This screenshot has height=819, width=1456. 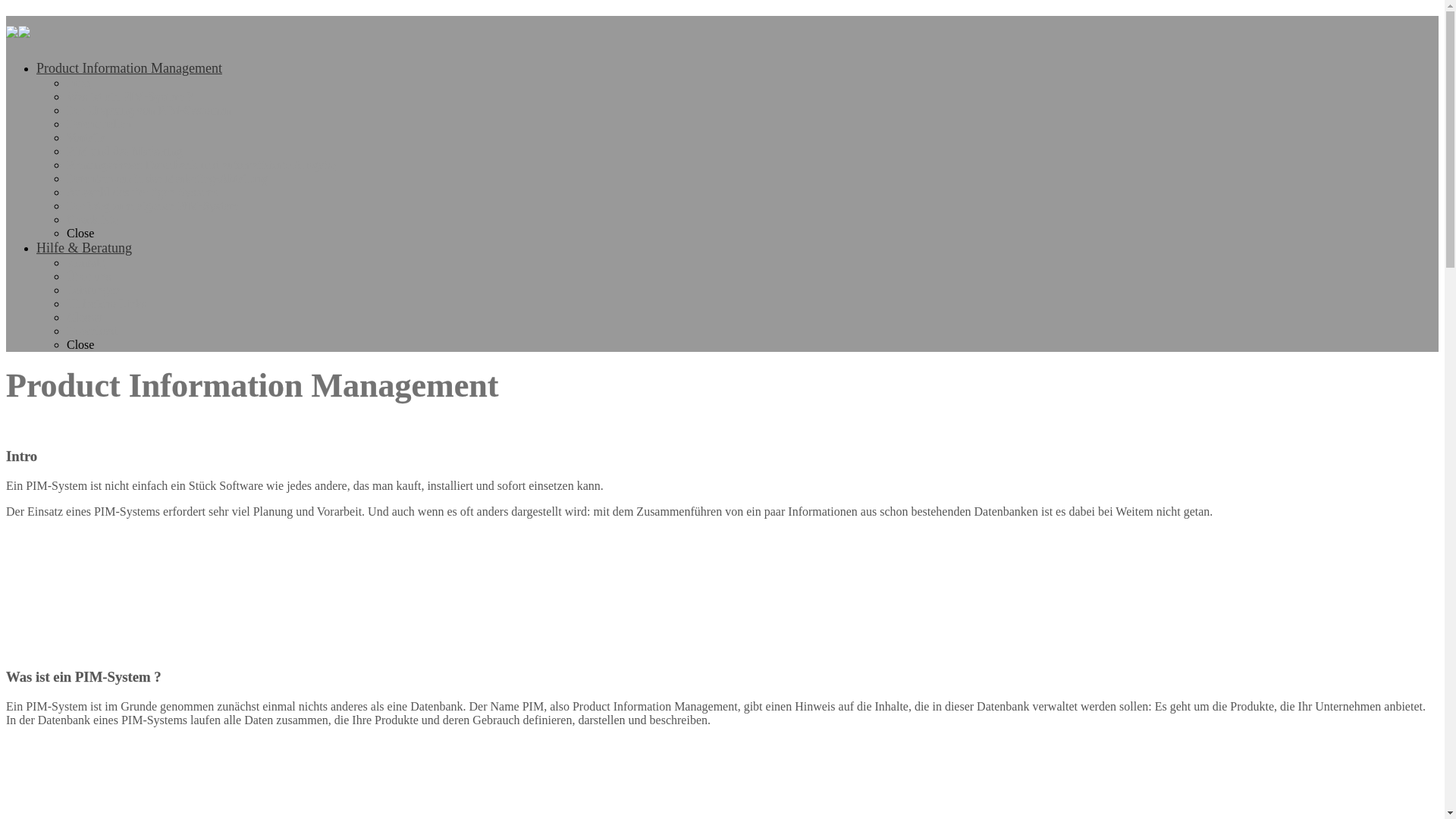 What do you see at coordinates (85, 137) in the screenshot?
I see `'Vorteile'` at bounding box center [85, 137].